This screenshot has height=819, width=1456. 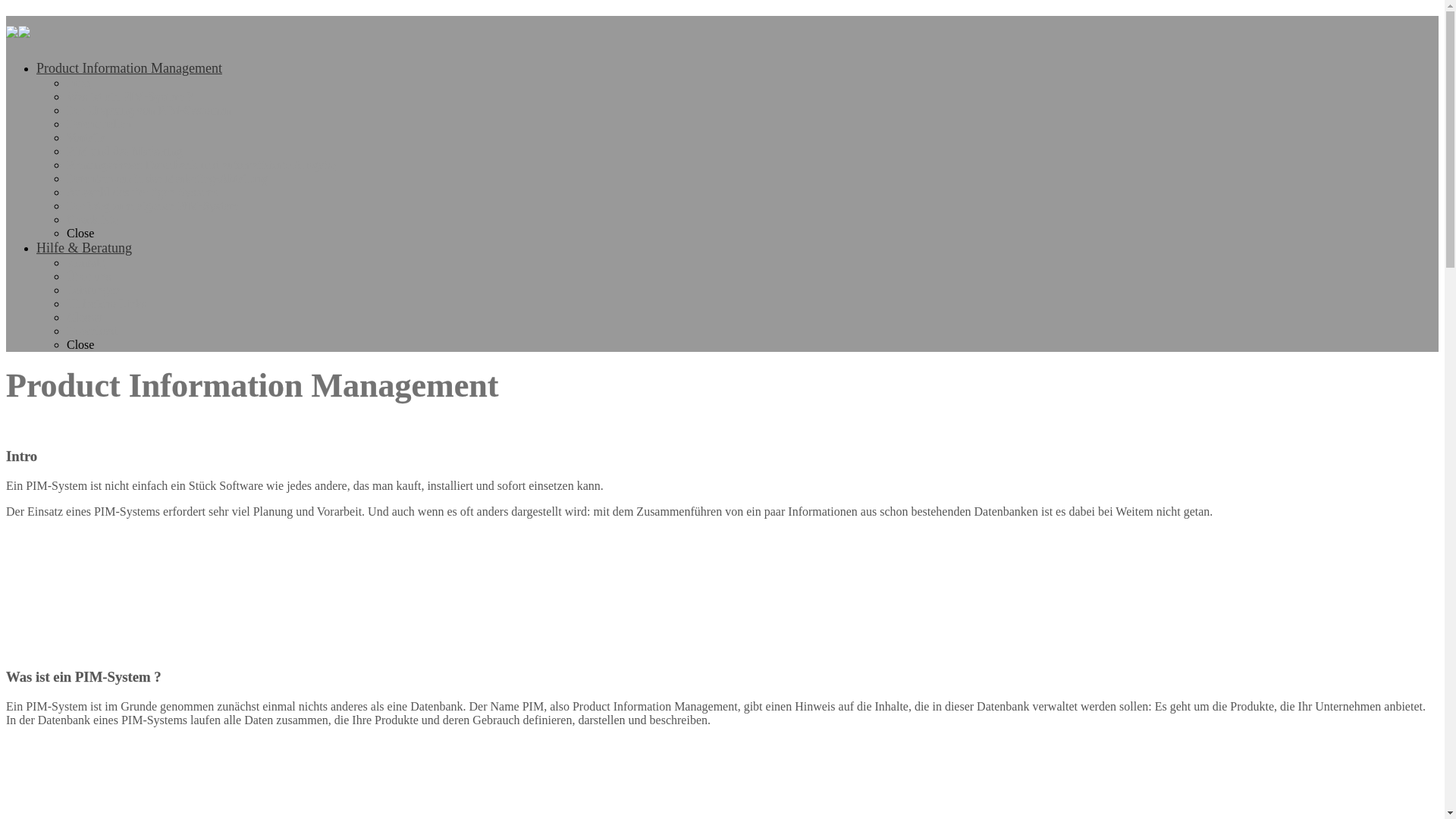 What do you see at coordinates (85, 137) in the screenshot?
I see `'Vorteile'` at bounding box center [85, 137].